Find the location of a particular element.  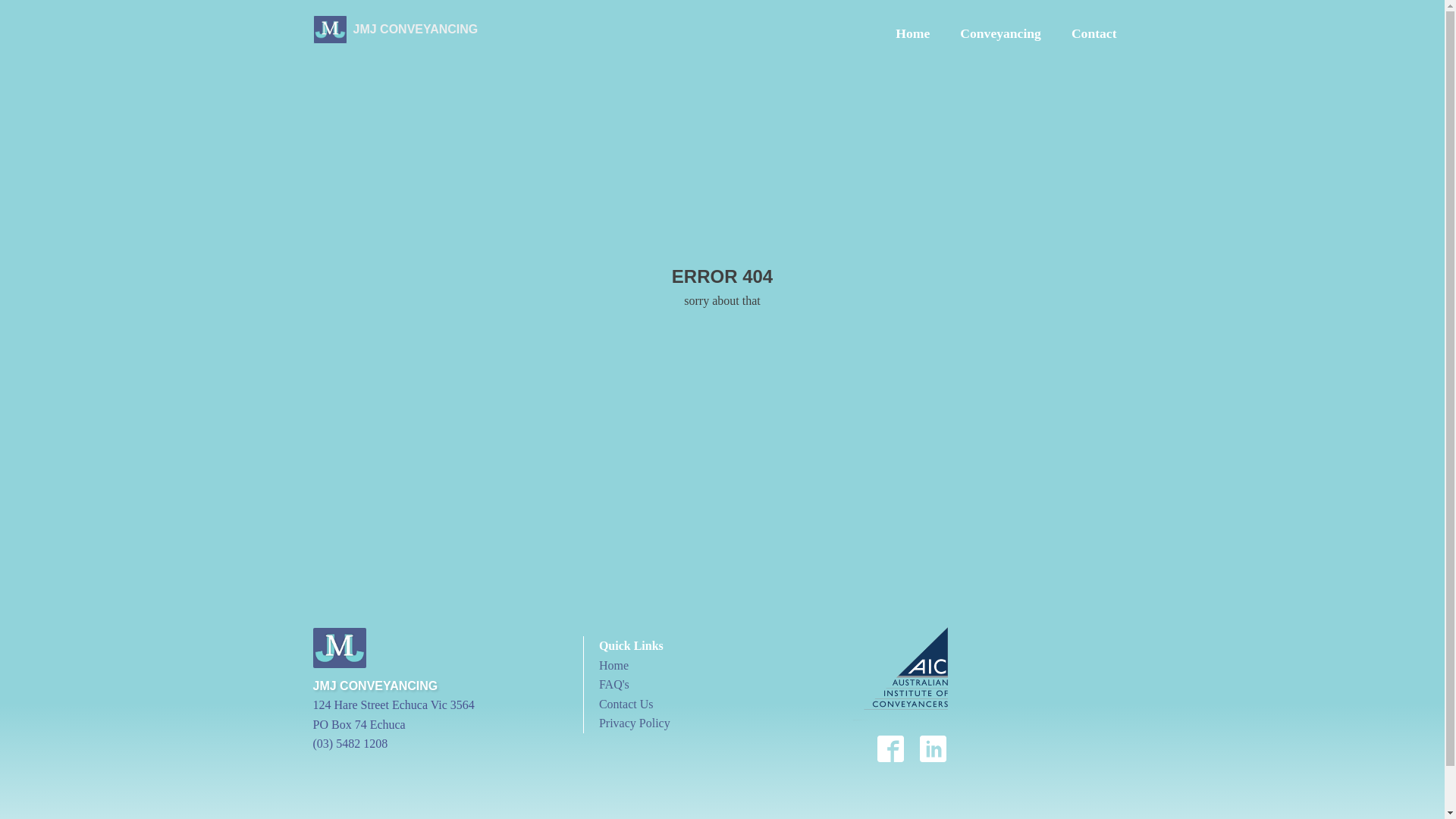

'Privacy Policy' is located at coordinates (634, 722).